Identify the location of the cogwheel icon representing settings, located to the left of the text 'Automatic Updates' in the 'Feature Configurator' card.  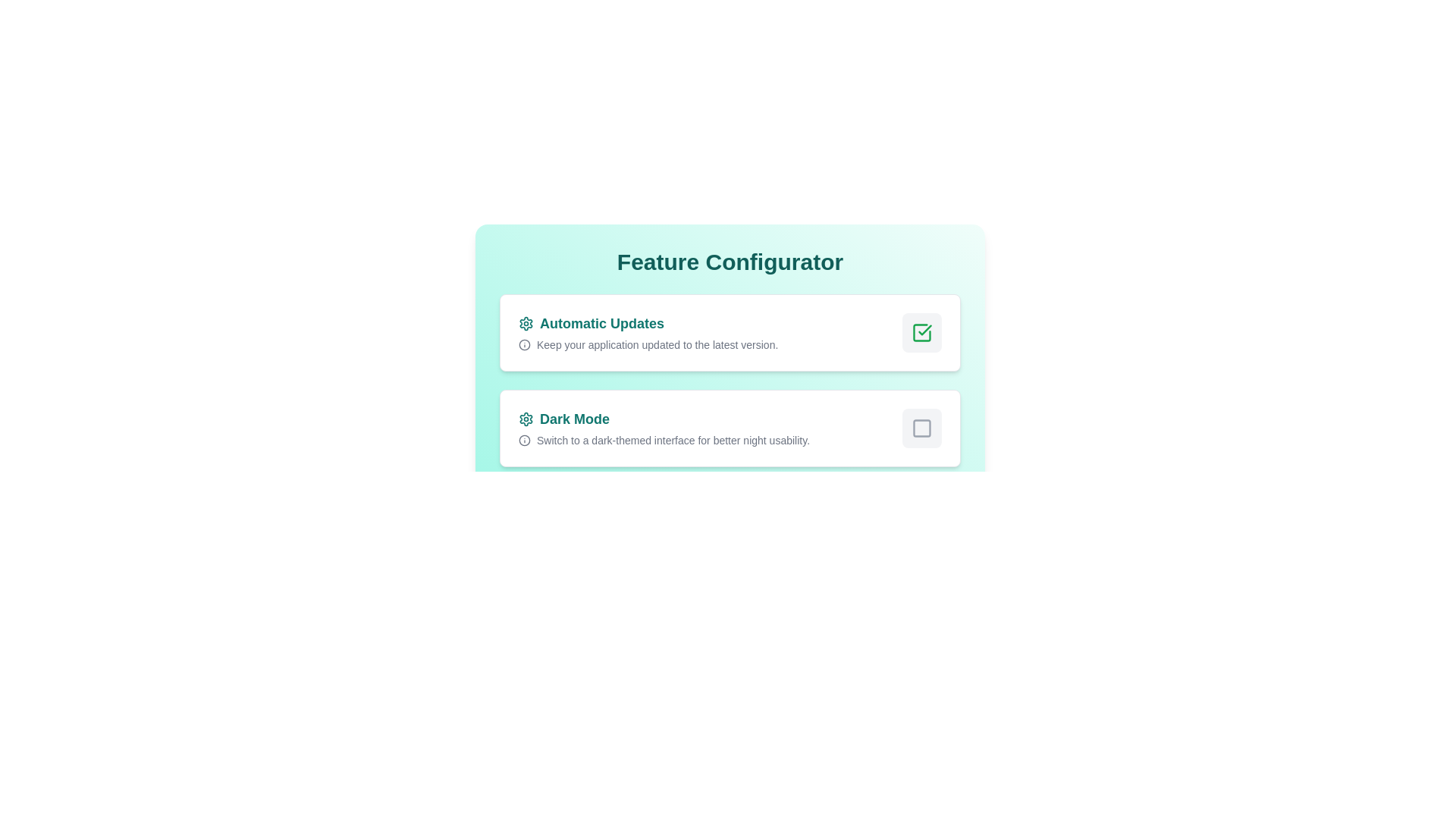
(526, 323).